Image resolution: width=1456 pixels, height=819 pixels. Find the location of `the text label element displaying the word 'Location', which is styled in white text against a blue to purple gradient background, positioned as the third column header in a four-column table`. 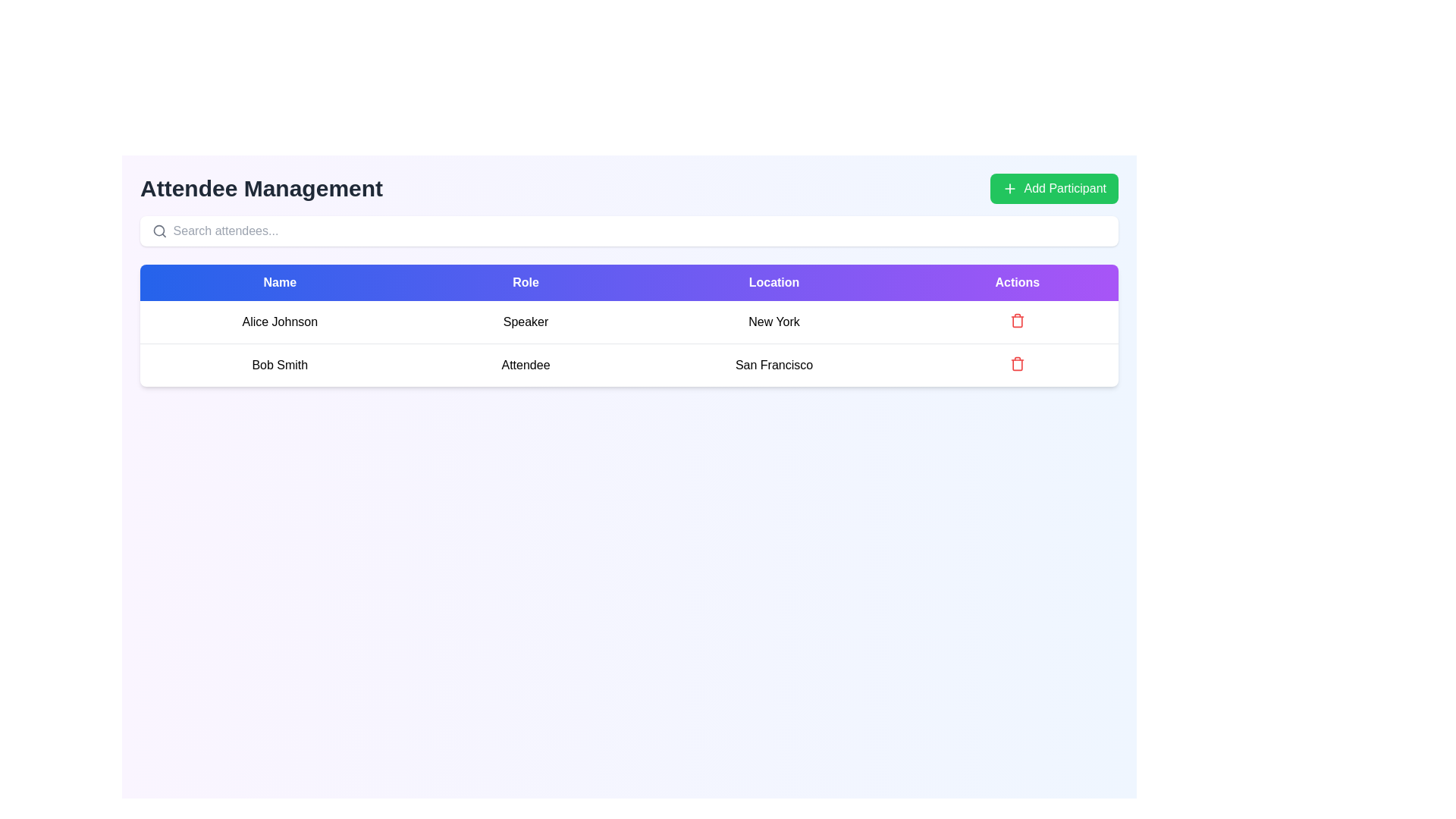

the text label element displaying the word 'Location', which is styled in white text against a blue to purple gradient background, positioned as the third column header in a four-column table is located at coordinates (774, 283).